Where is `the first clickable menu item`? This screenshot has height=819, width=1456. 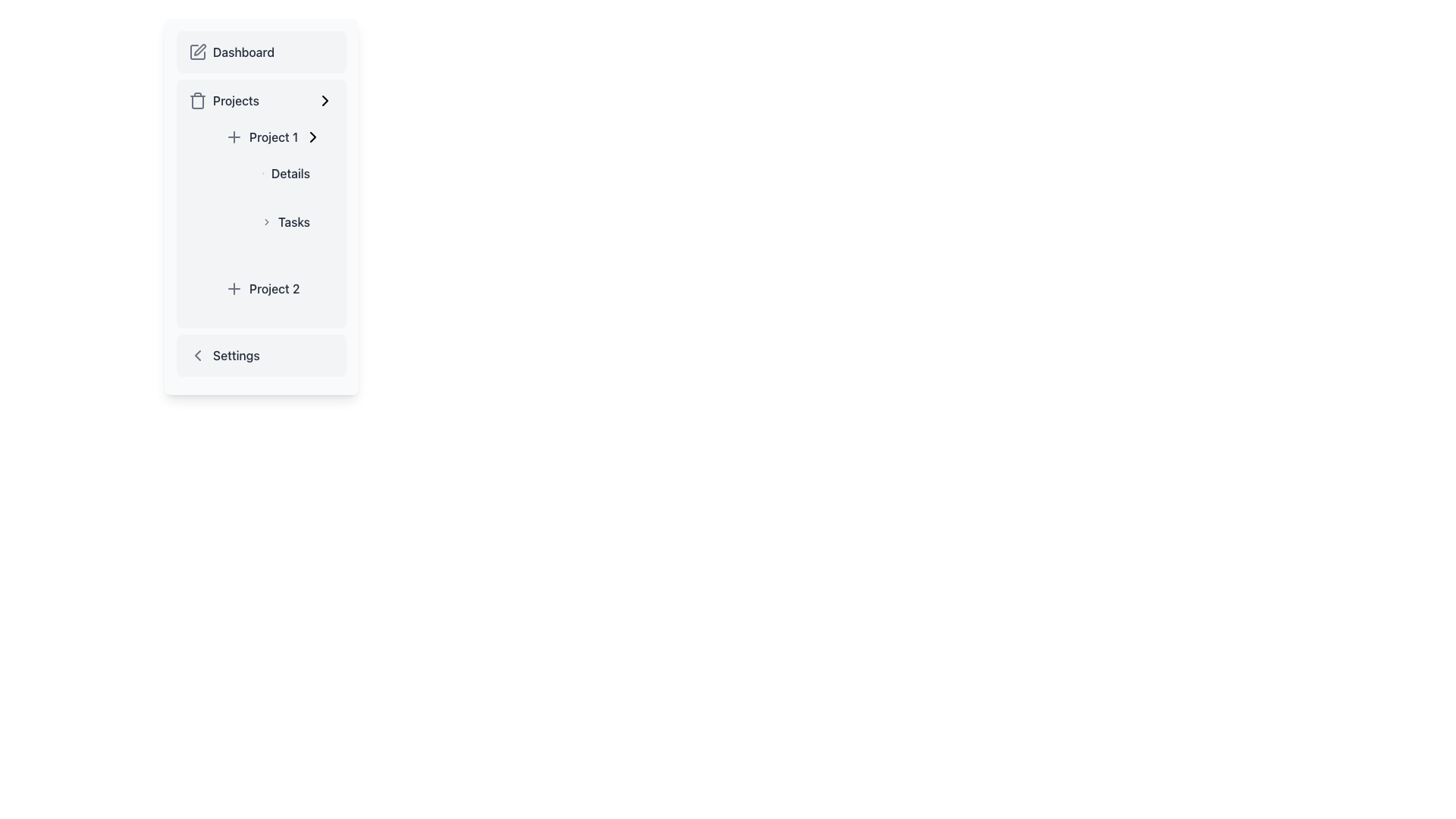 the first clickable menu item is located at coordinates (262, 100).